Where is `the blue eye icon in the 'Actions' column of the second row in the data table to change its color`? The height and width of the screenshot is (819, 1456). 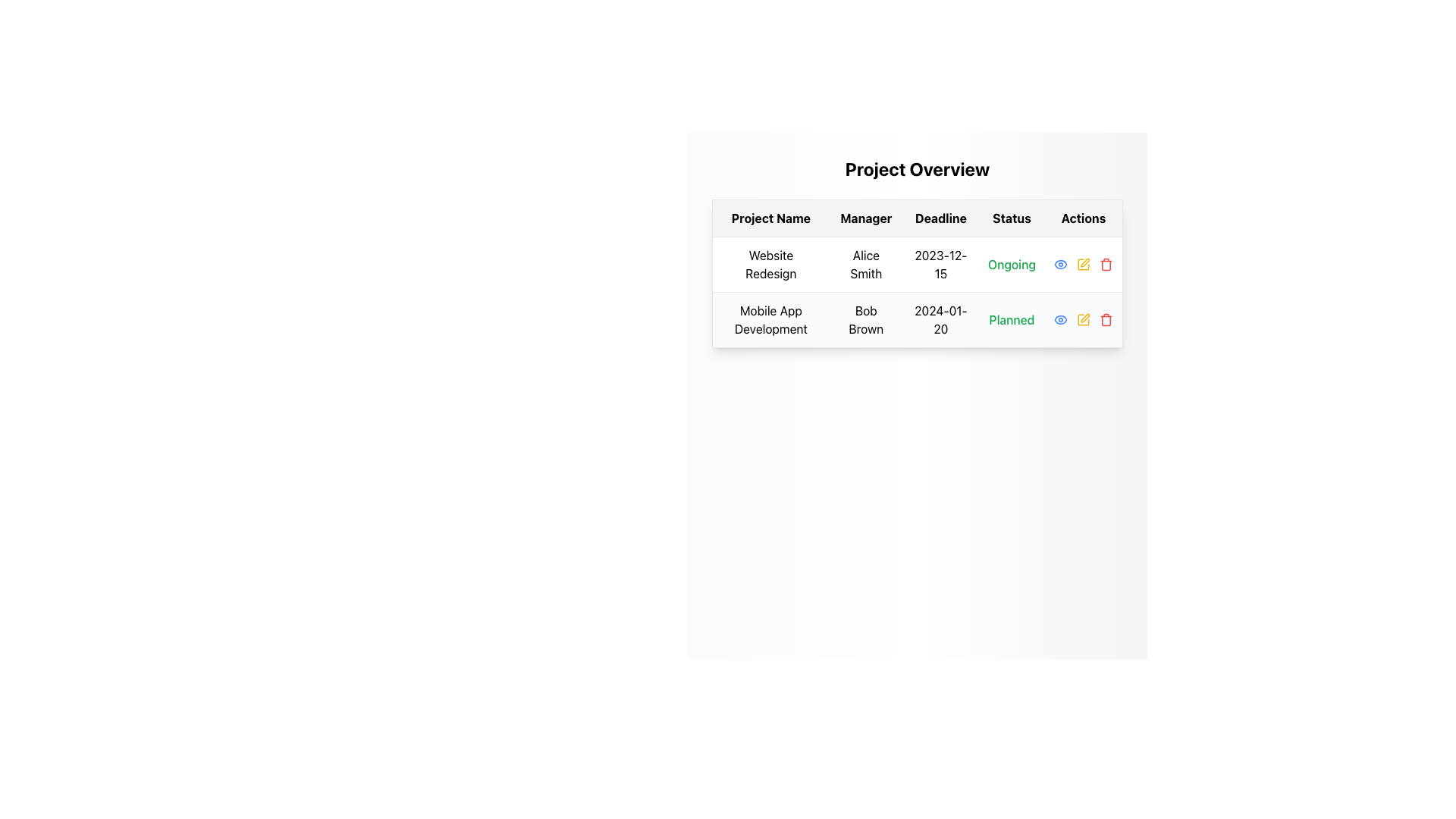 the blue eye icon in the 'Actions' column of the second row in the data table to change its color is located at coordinates (1059, 263).